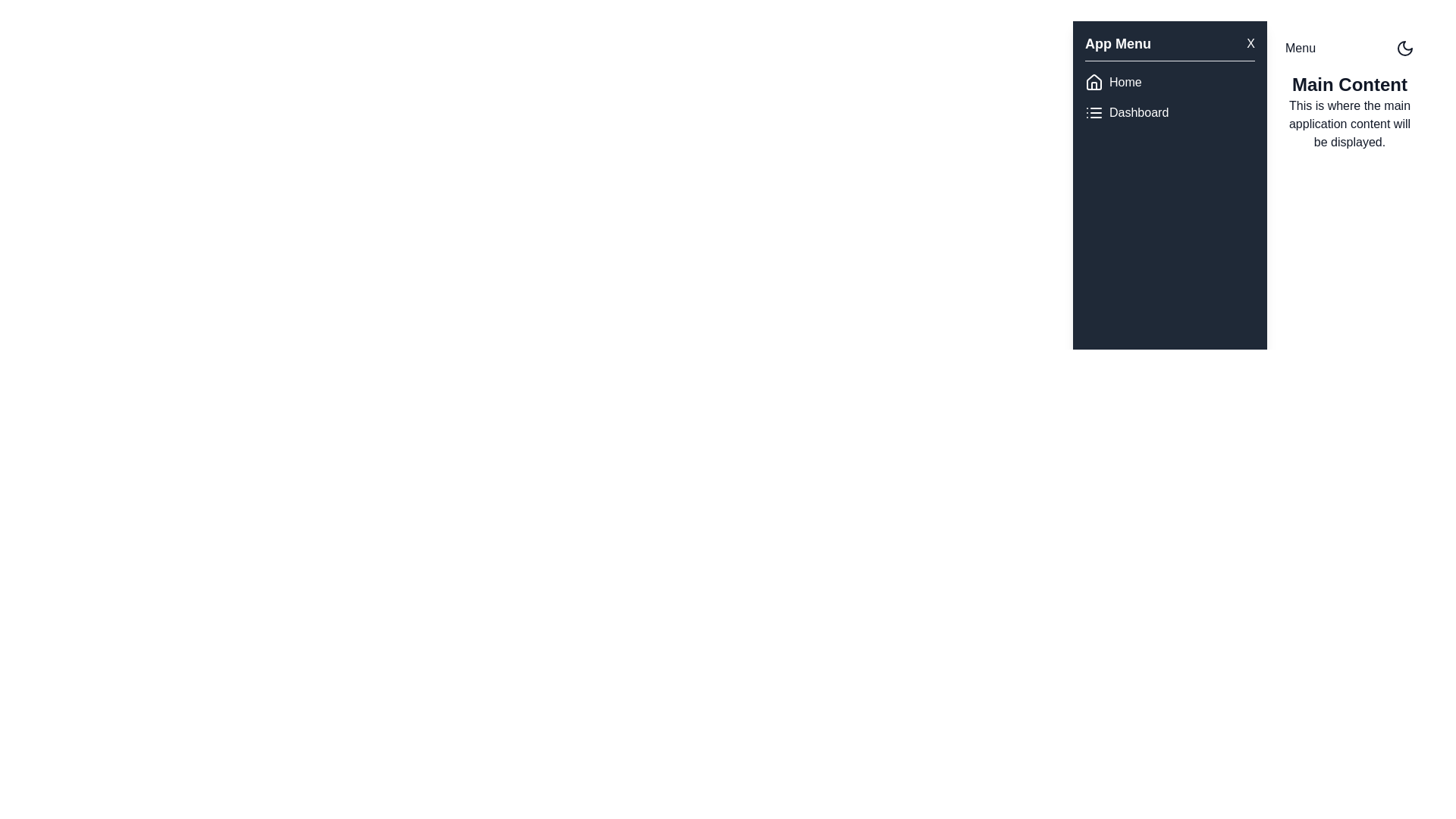 Image resolution: width=1456 pixels, height=819 pixels. I want to click on the 'Dashboard' icon in the left-hand navigation menu, which serves as a visual aid for quick recognition of the dashboard functionality, so click(1094, 112).